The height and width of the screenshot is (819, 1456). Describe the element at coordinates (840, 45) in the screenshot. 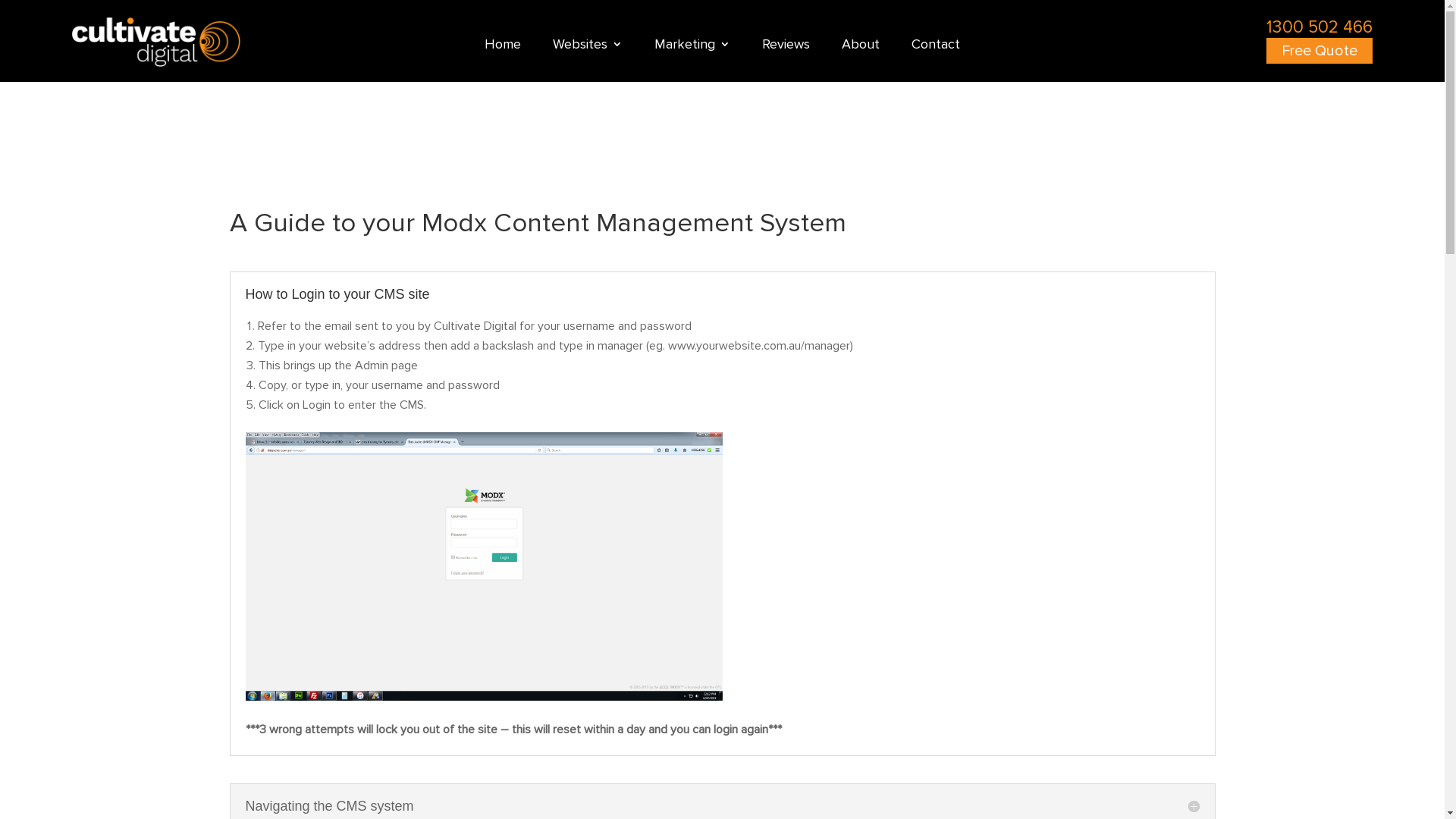

I see `'About'` at that location.